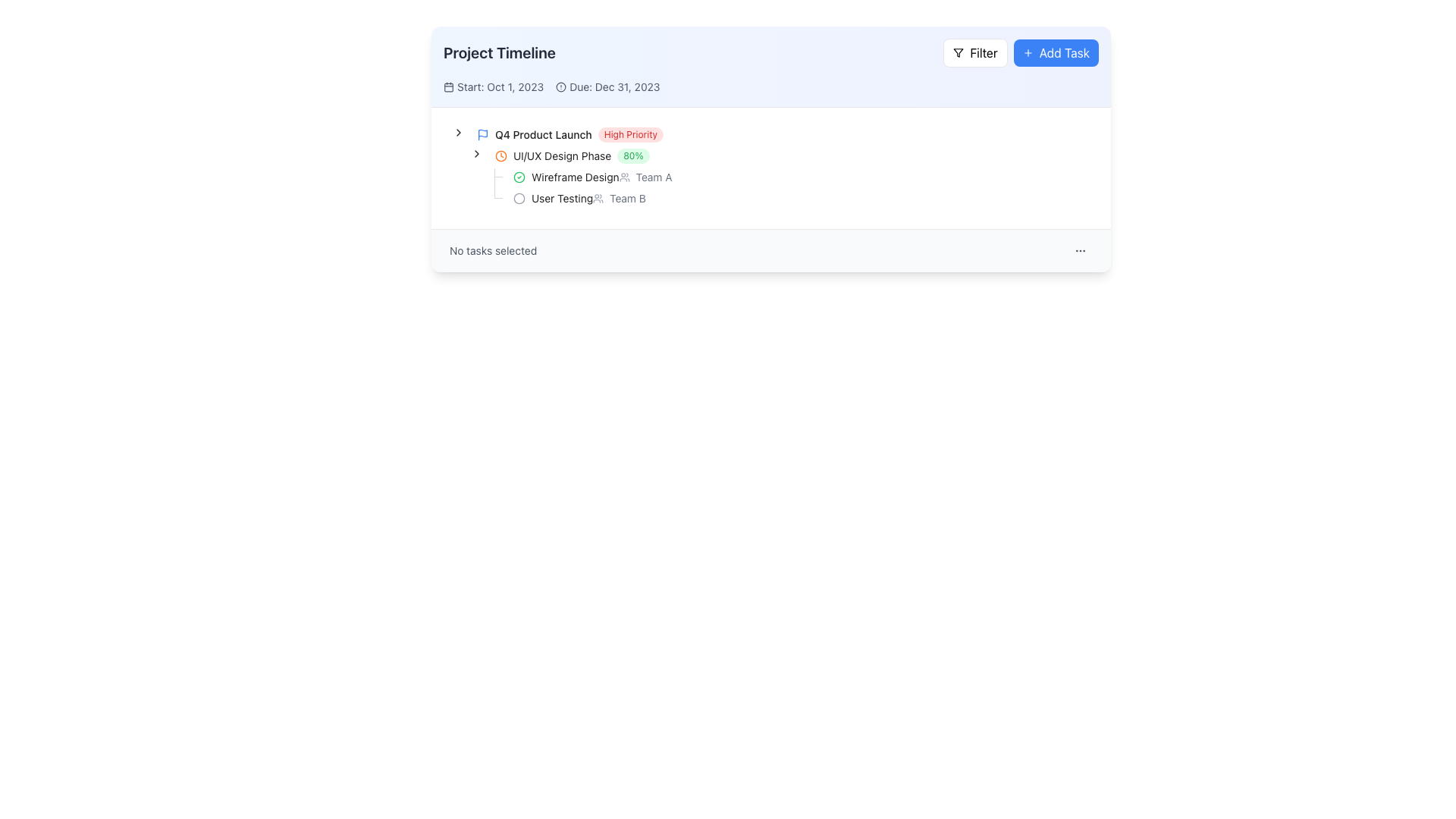 This screenshot has height=819, width=1456. I want to click on the SVG element that is part of the calendar icon located in the top-left section of the interface, near the 'Start: Oct 1, 2023' text, so click(447, 87).